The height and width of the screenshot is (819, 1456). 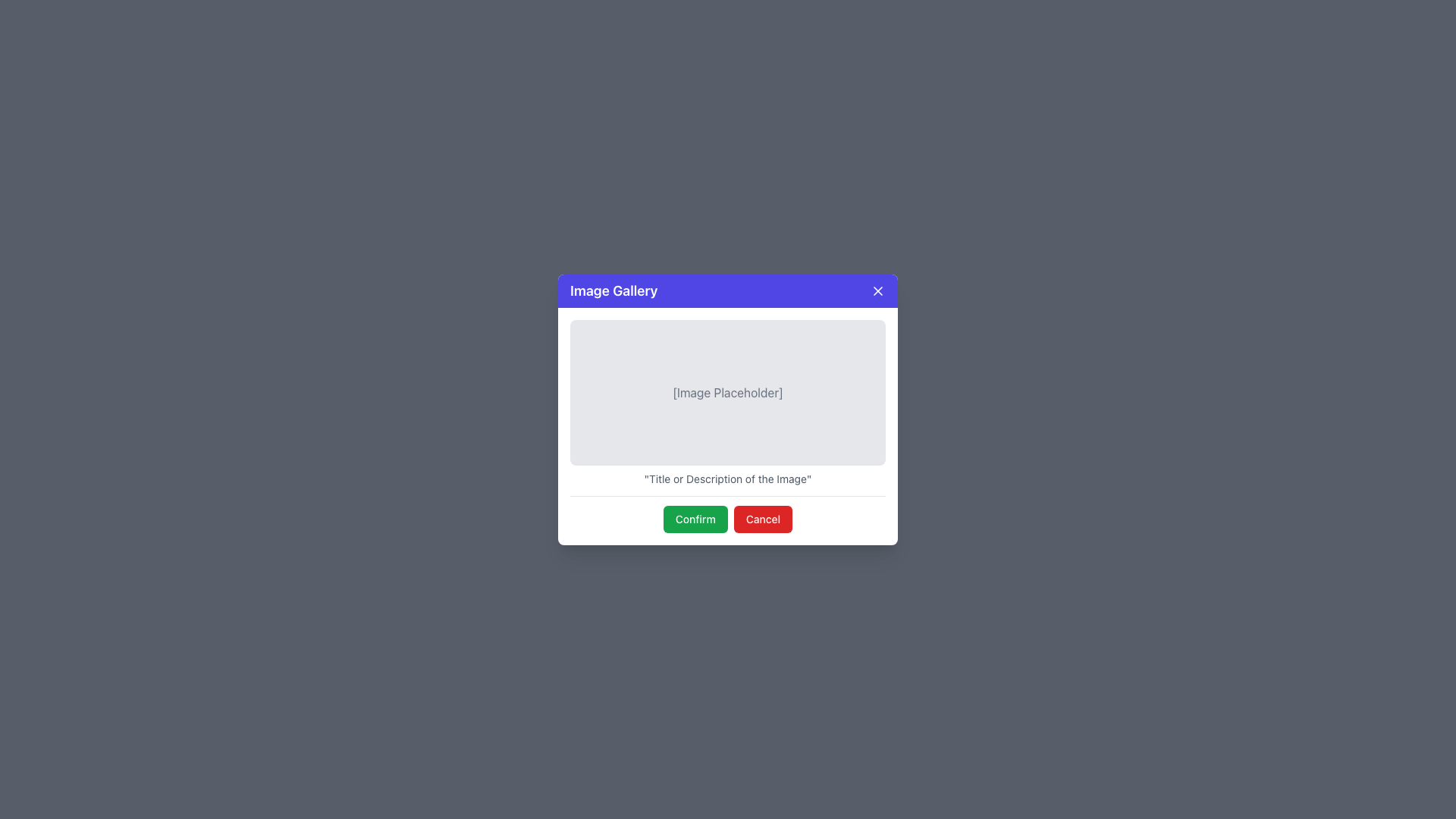 I want to click on the confirm button in the 'Image Gallery' modal, so click(x=695, y=518).